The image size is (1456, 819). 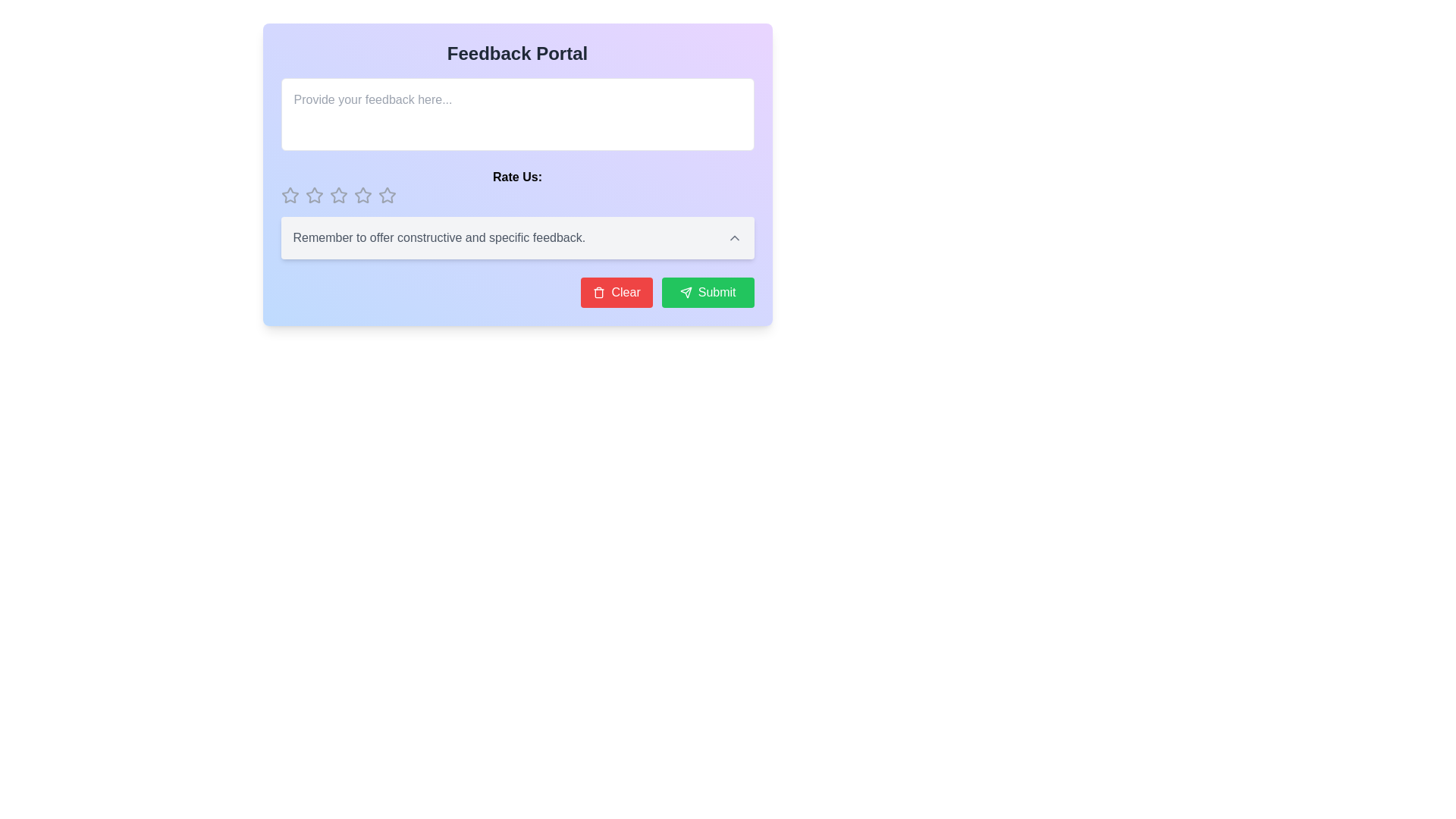 I want to click on informational display located at the bottom section of the feedback portal interface, directly below the rating stars and above the 'Clear' and 'Submit' buttons, so click(x=517, y=237).